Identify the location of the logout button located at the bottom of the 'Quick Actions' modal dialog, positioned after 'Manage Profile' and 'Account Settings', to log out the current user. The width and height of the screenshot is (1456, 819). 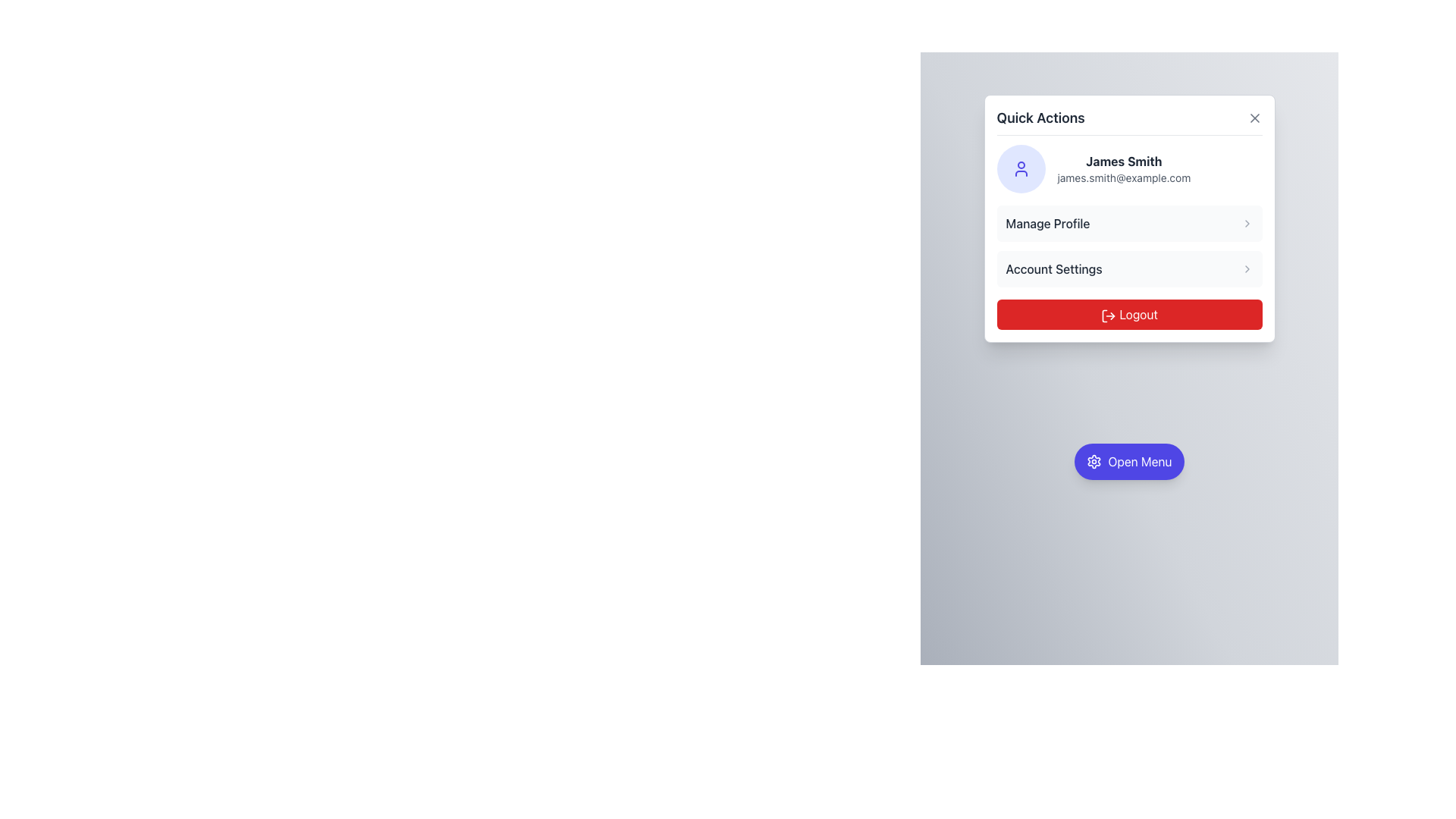
(1129, 314).